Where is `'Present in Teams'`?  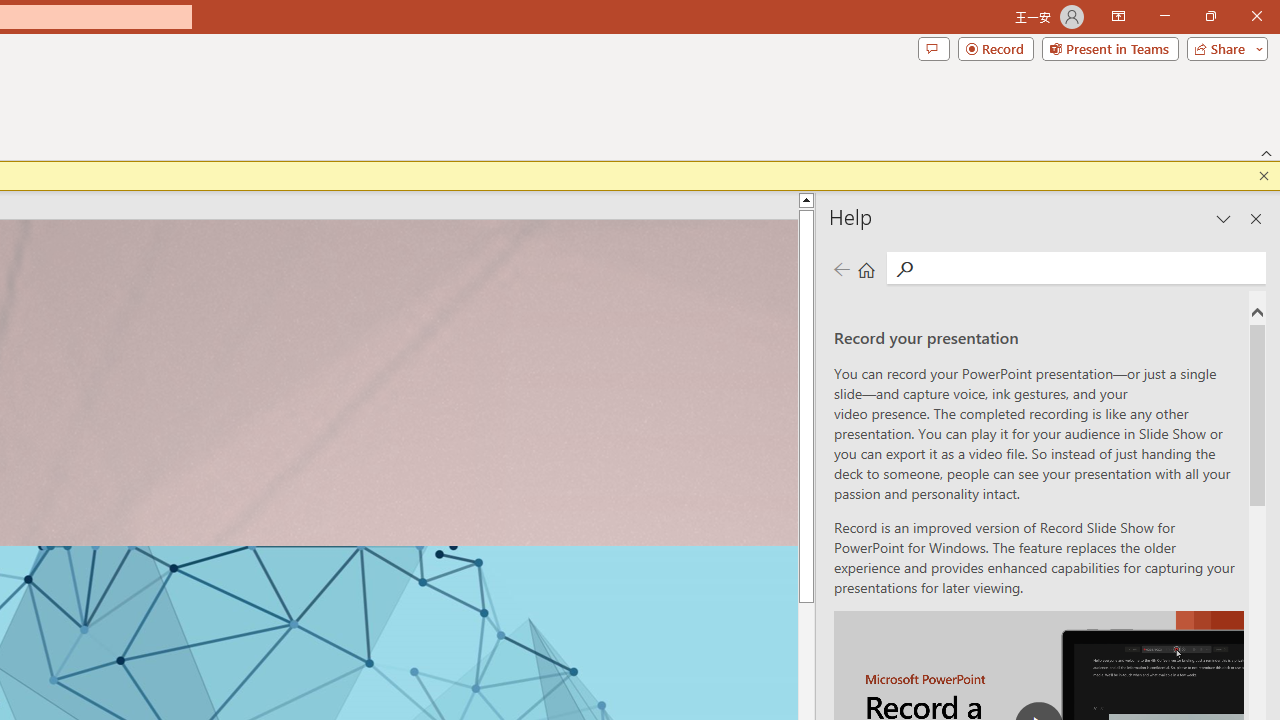
'Present in Teams' is located at coordinates (1109, 47).